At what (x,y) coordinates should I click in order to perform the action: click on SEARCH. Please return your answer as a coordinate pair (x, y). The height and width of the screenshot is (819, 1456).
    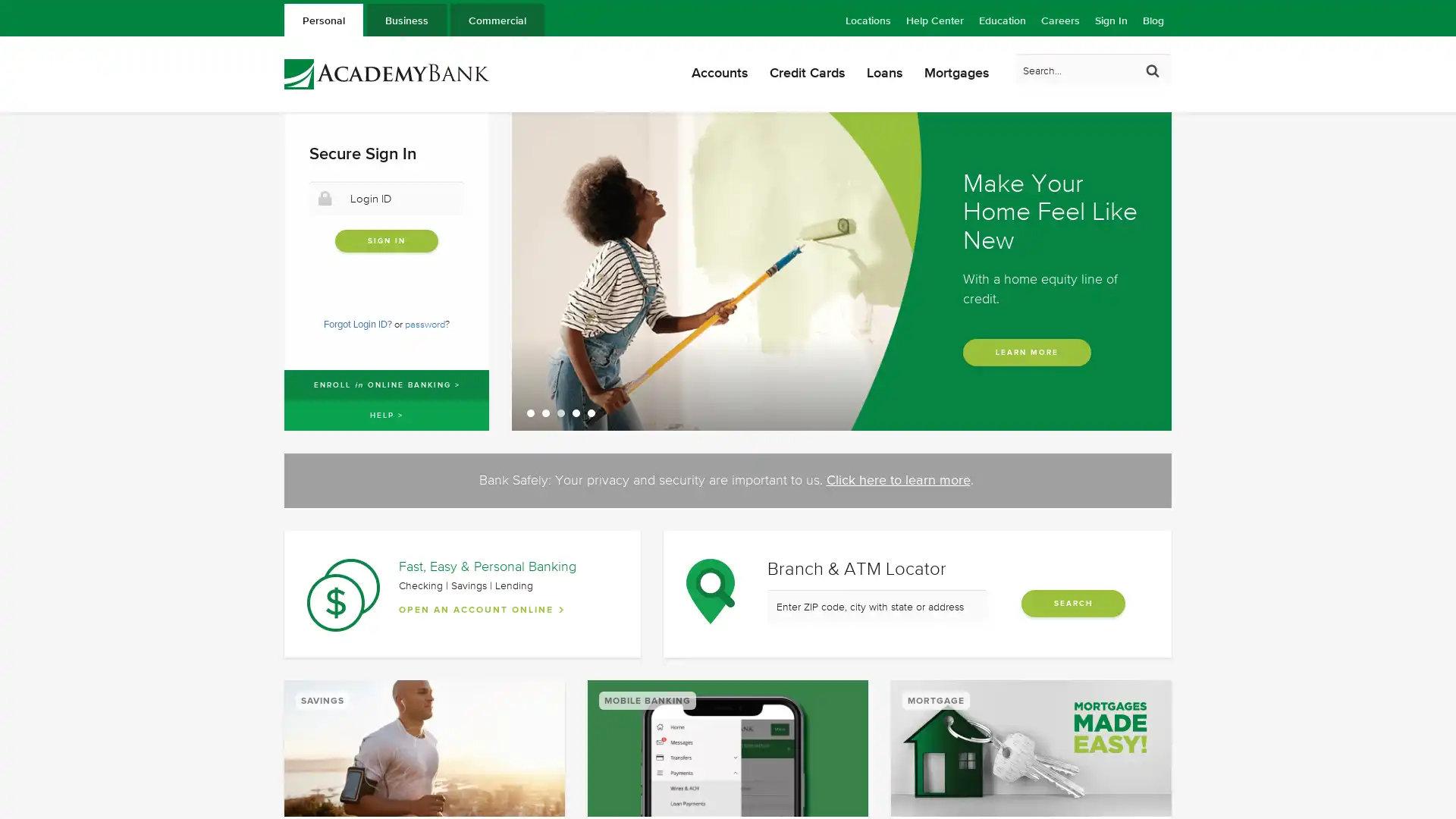
    Looking at the image, I should click on (1072, 602).